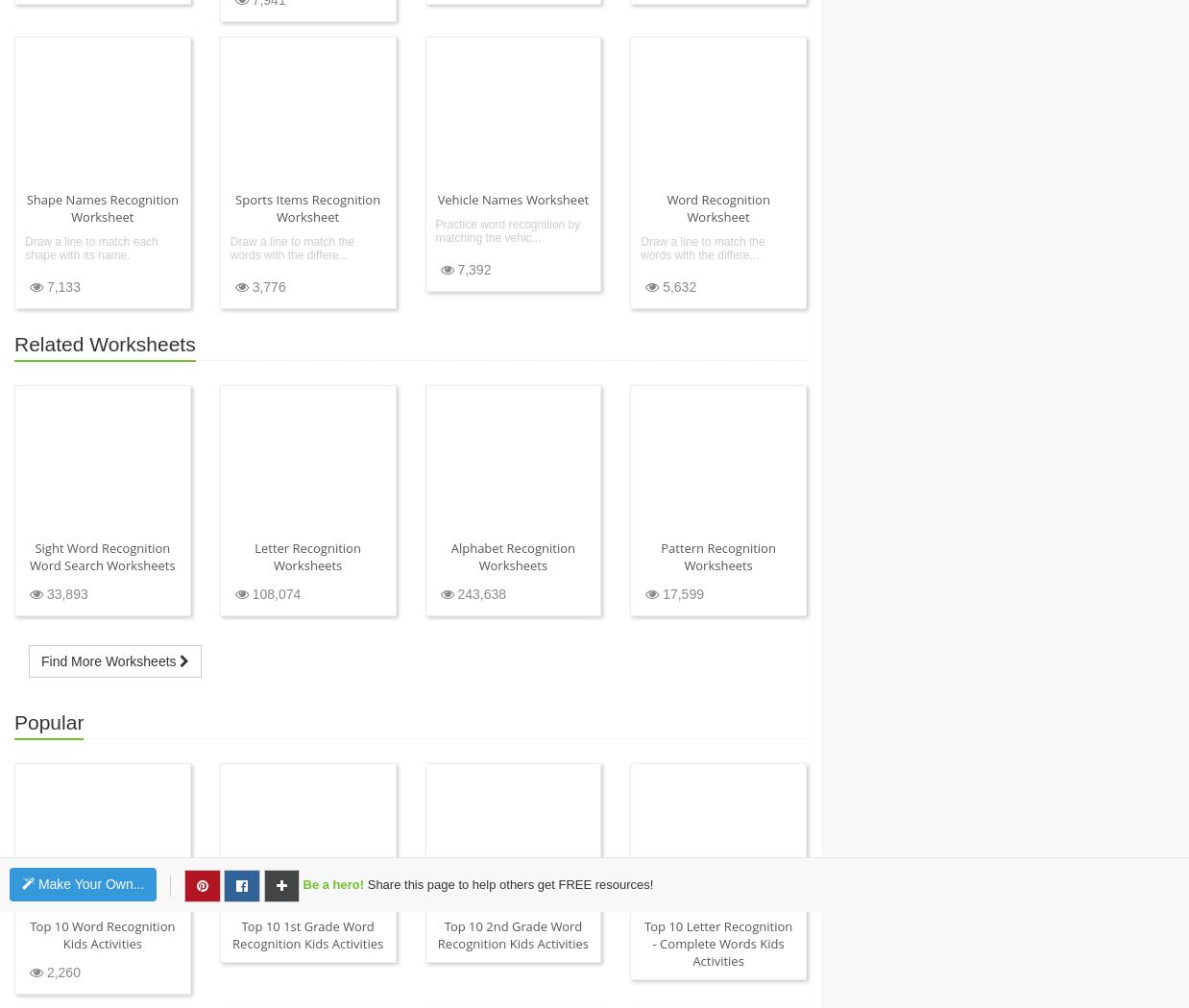 Image resolution: width=1189 pixels, height=1008 pixels. Describe the element at coordinates (471, 268) in the screenshot. I see `'7,392'` at that location.